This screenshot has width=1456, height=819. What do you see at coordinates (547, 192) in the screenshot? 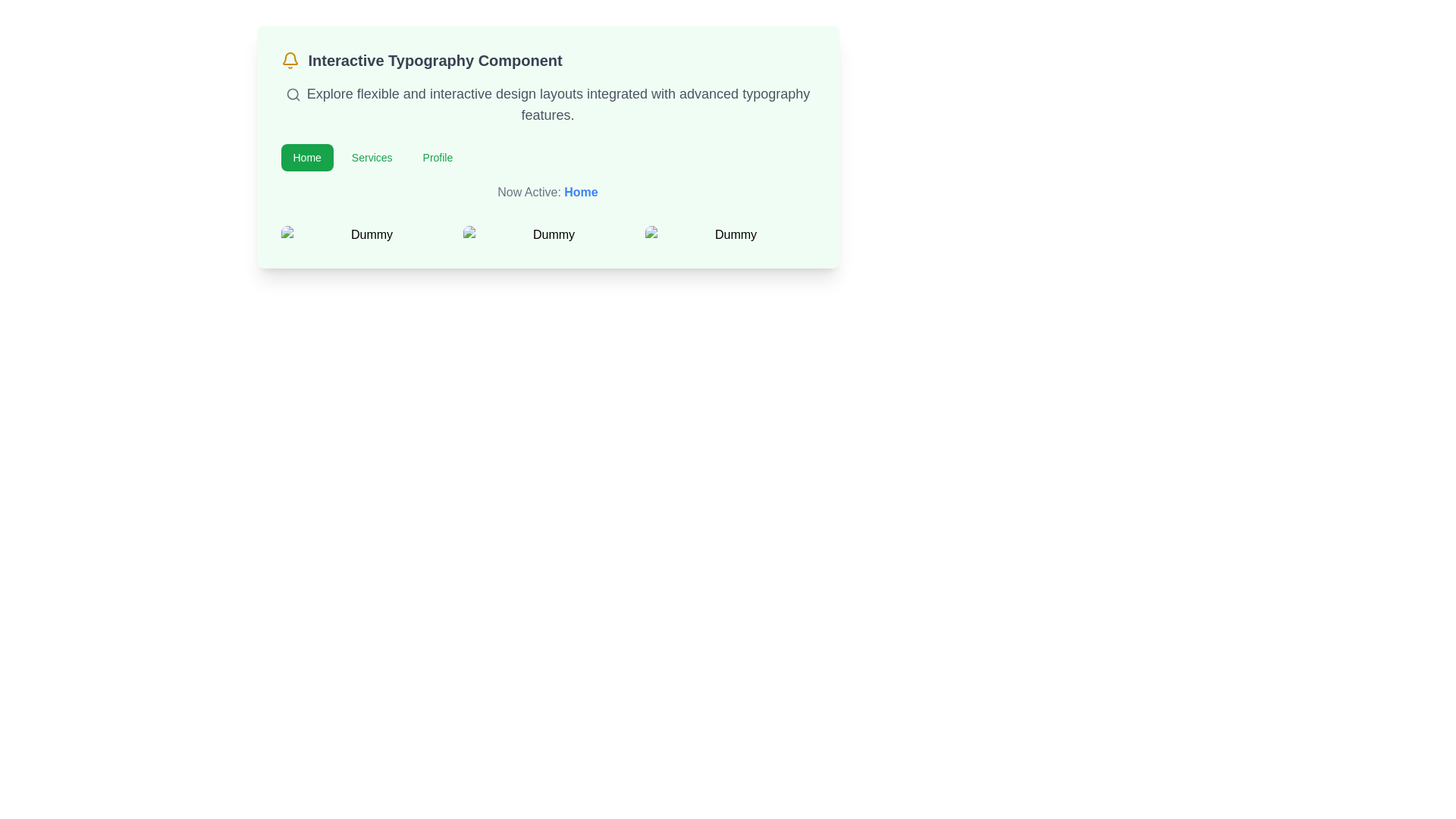
I see `text label displaying 'Now Active: Home', which is styled with 'Now Active:' in gray and 'Home' in bold blue, located in the green rounded rectangle below the buttons labeled 'Home', 'Services', and 'Profile'` at bounding box center [547, 192].